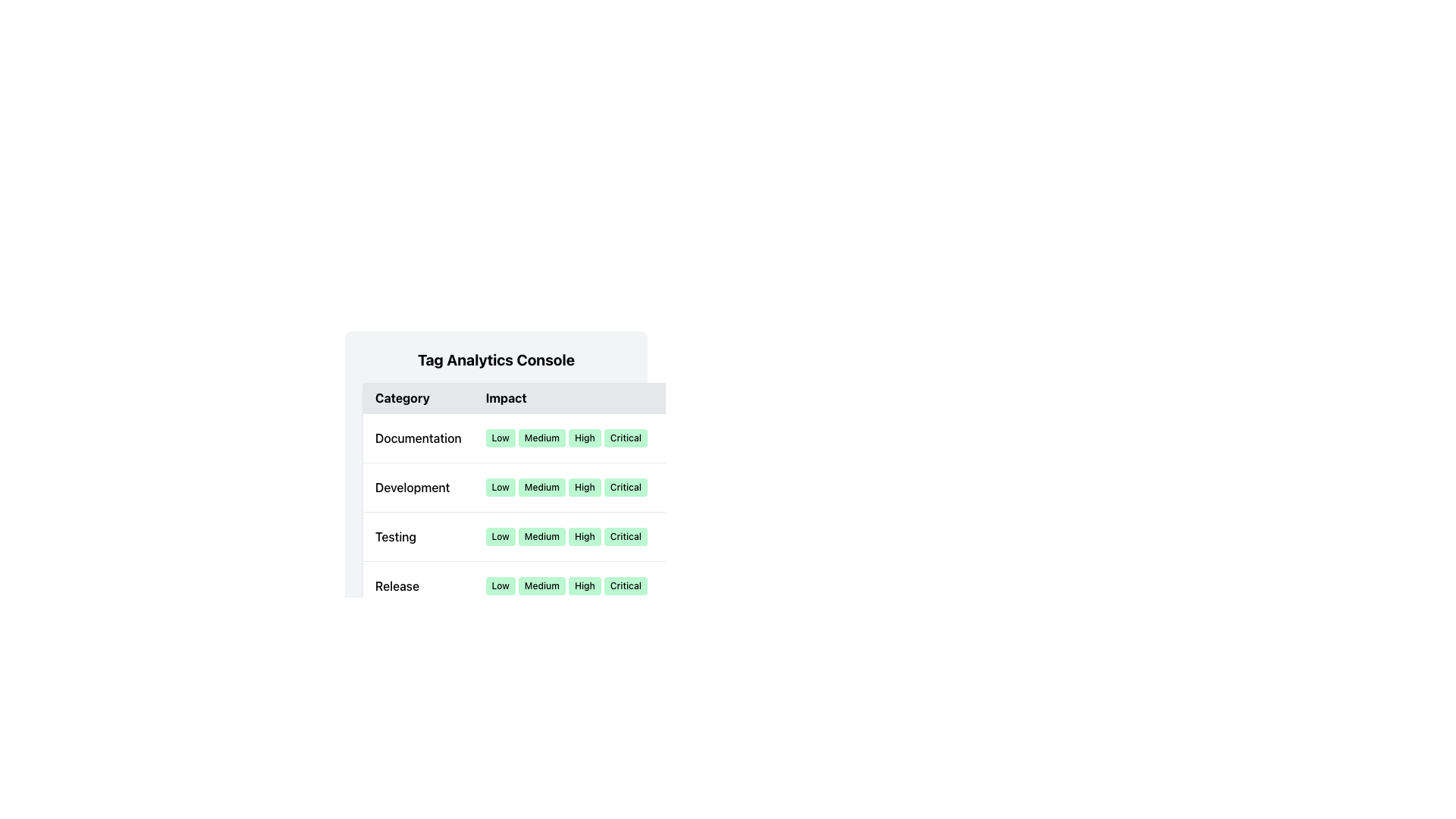 This screenshot has width=1456, height=819. I want to click on the 'High' impact button in the 'Testing' category, located in the third column of the 'Impact' row, between 'Medium' and 'Critical', so click(584, 536).